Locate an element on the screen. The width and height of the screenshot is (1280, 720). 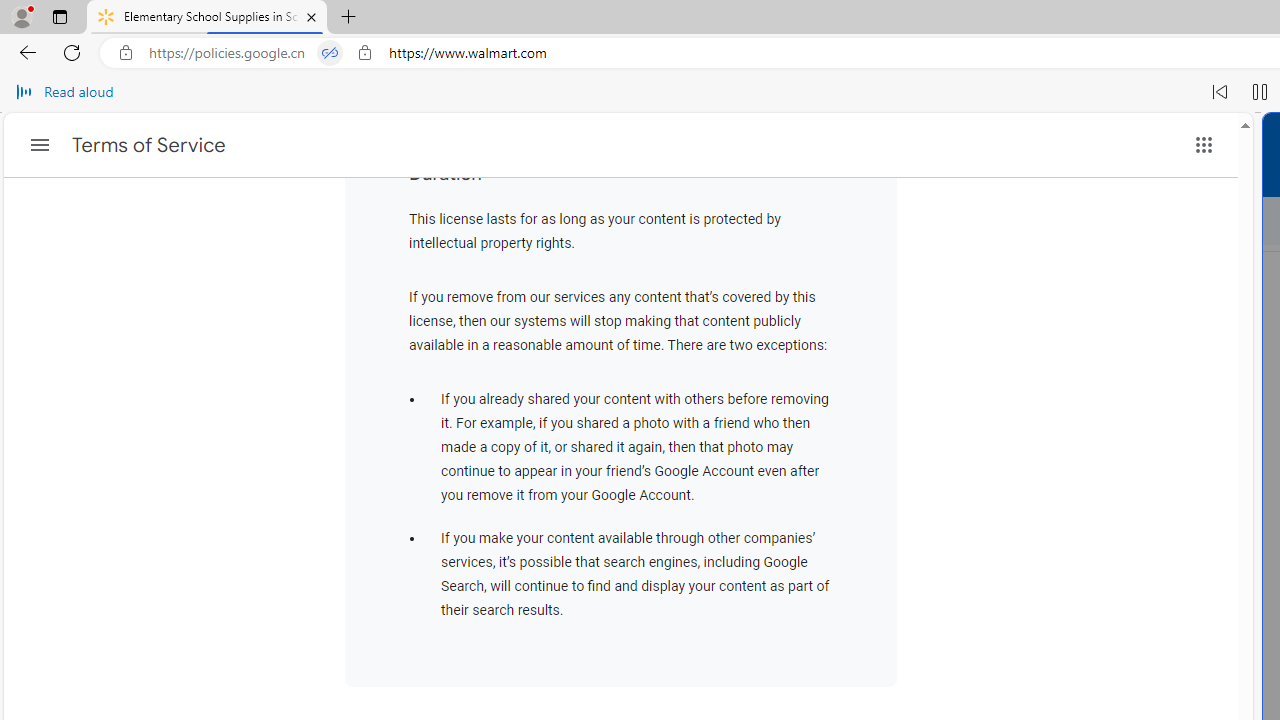
'Tabs in split screen' is located at coordinates (330, 52).